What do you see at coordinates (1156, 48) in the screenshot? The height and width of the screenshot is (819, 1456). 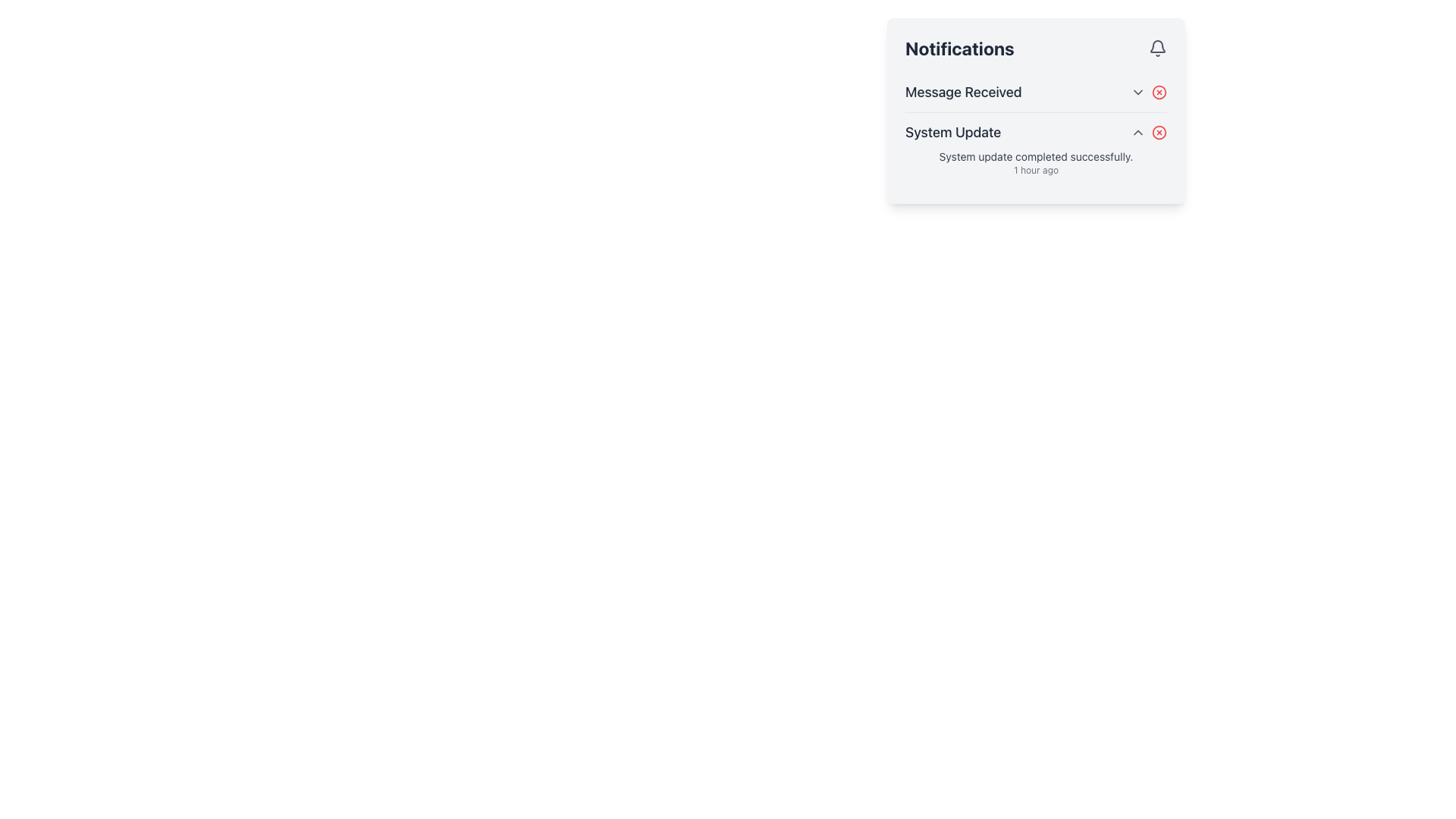 I see `the bell icon located at the top-right corner of the notification panel` at bounding box center [1156, 48].